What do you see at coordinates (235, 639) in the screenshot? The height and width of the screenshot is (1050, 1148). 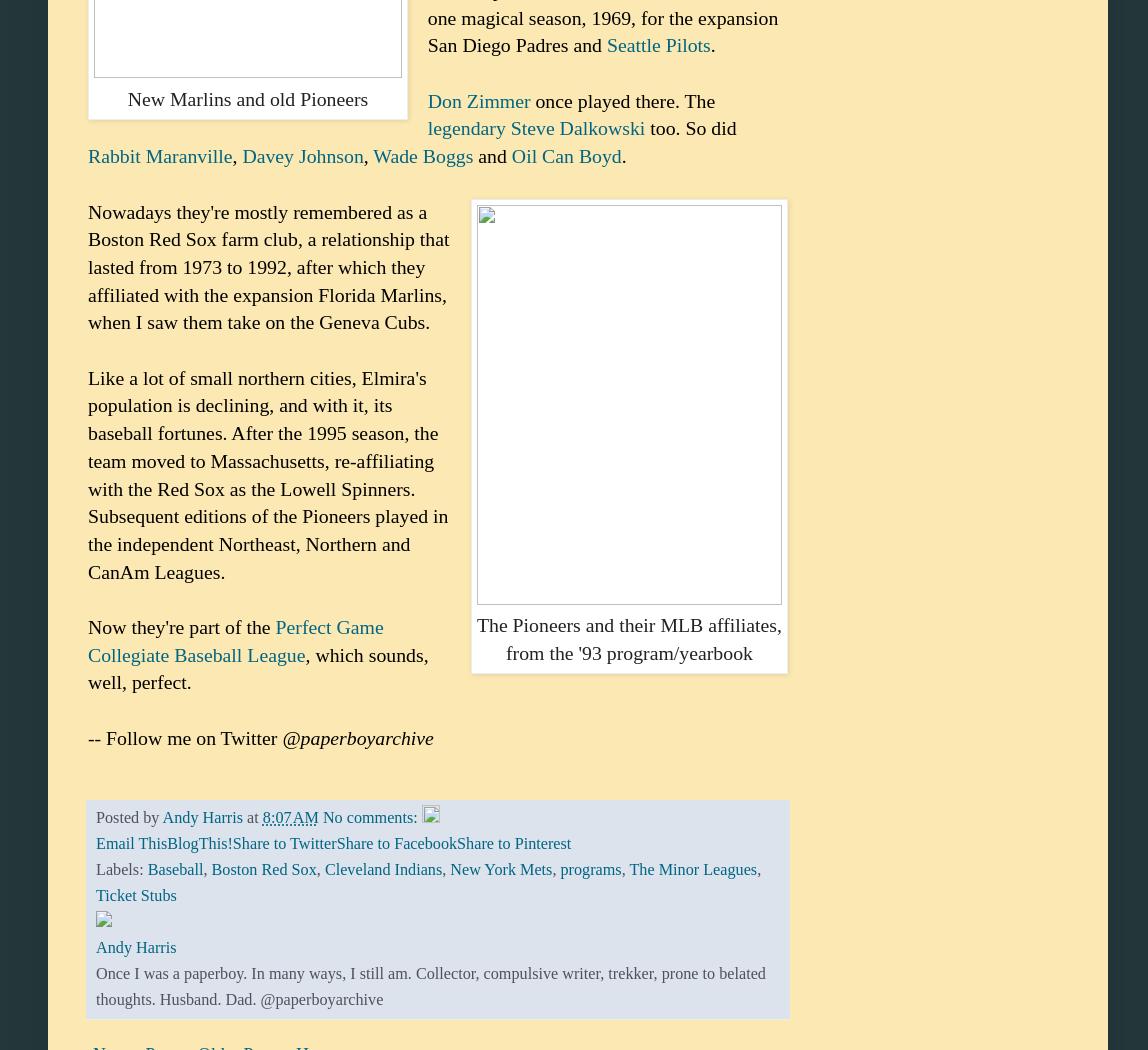 I see `'Perfect Game Collegiate Baseball League'` at bounding box center [235, 639].